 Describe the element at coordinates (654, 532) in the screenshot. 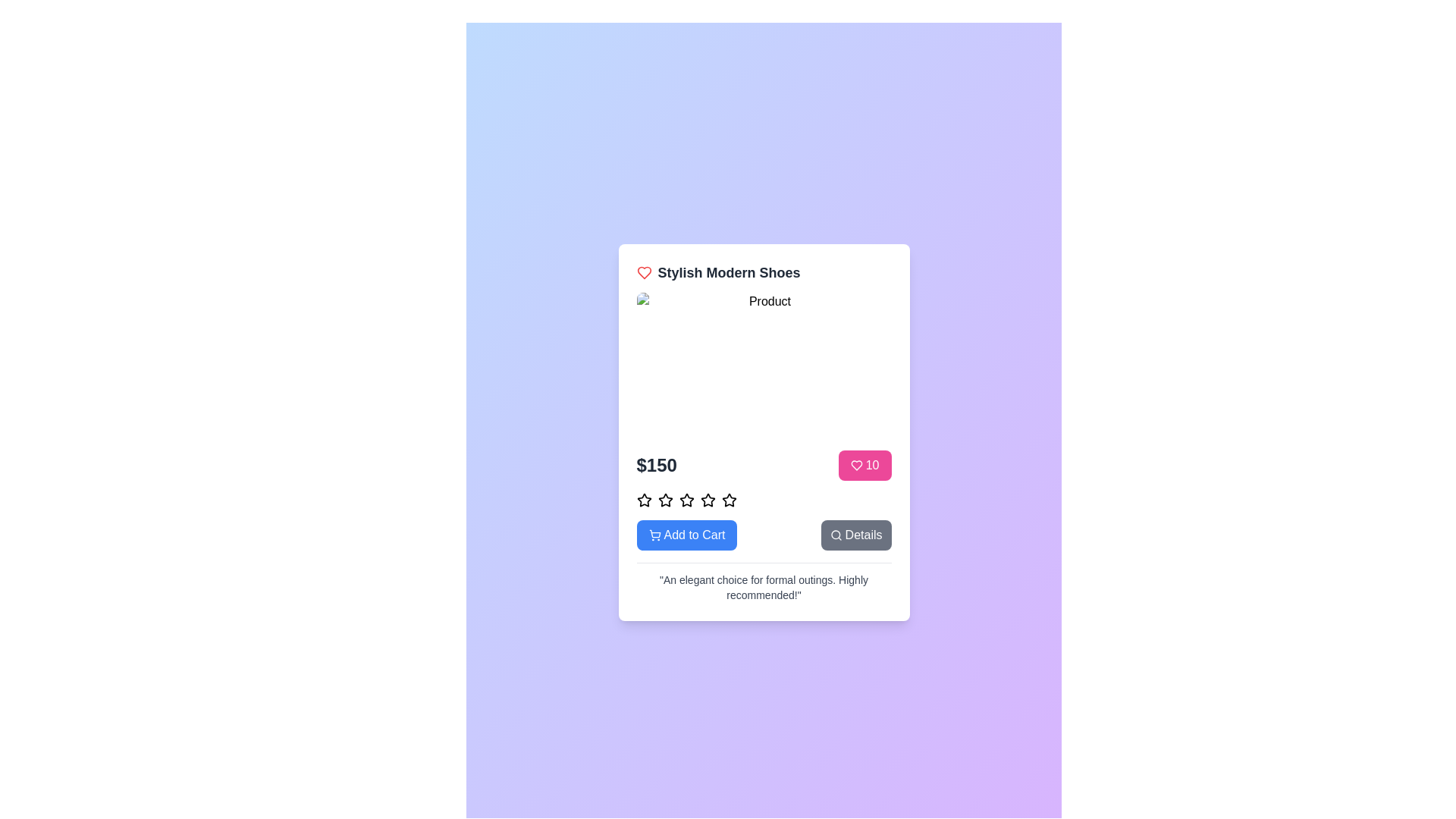

I see `the shopping cart icon, which features a minimalistic line-based design and is located near the 'Add to Cart' button` at that location.